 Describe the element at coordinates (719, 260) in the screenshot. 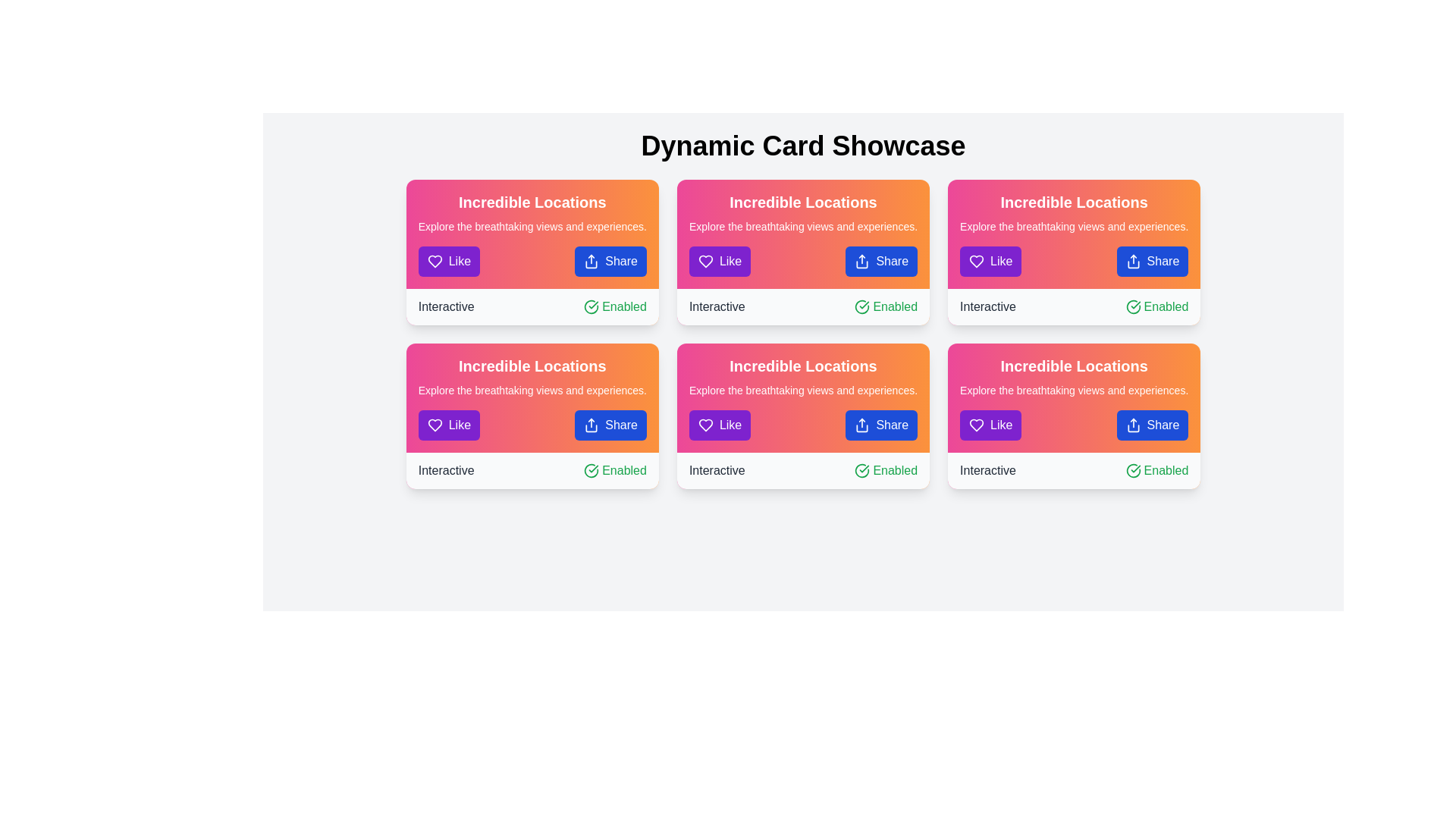

I see `the 'Like' button with a purple background and heart icon located on the top row, second card in the layout grid, to observe its visual hover state` at that location.